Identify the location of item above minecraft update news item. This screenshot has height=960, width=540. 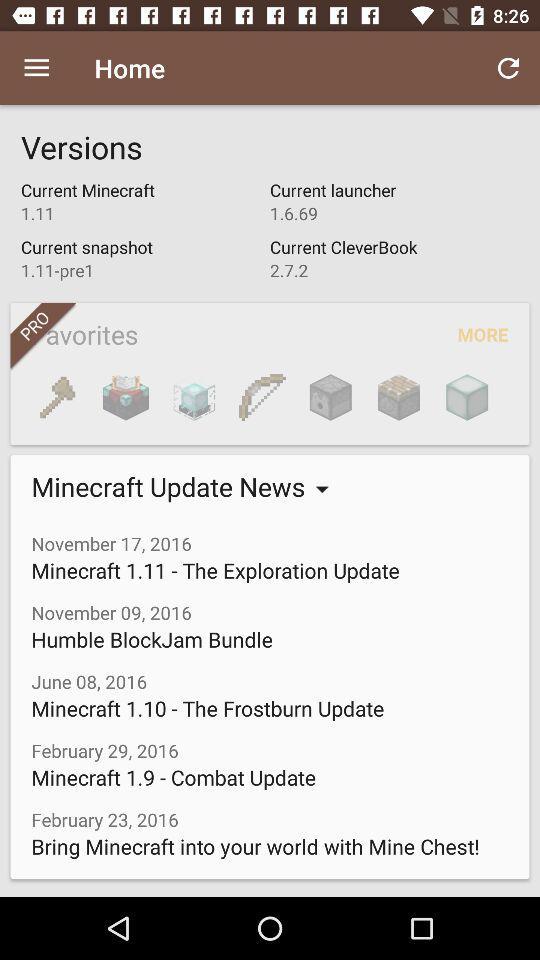
(330, 396).